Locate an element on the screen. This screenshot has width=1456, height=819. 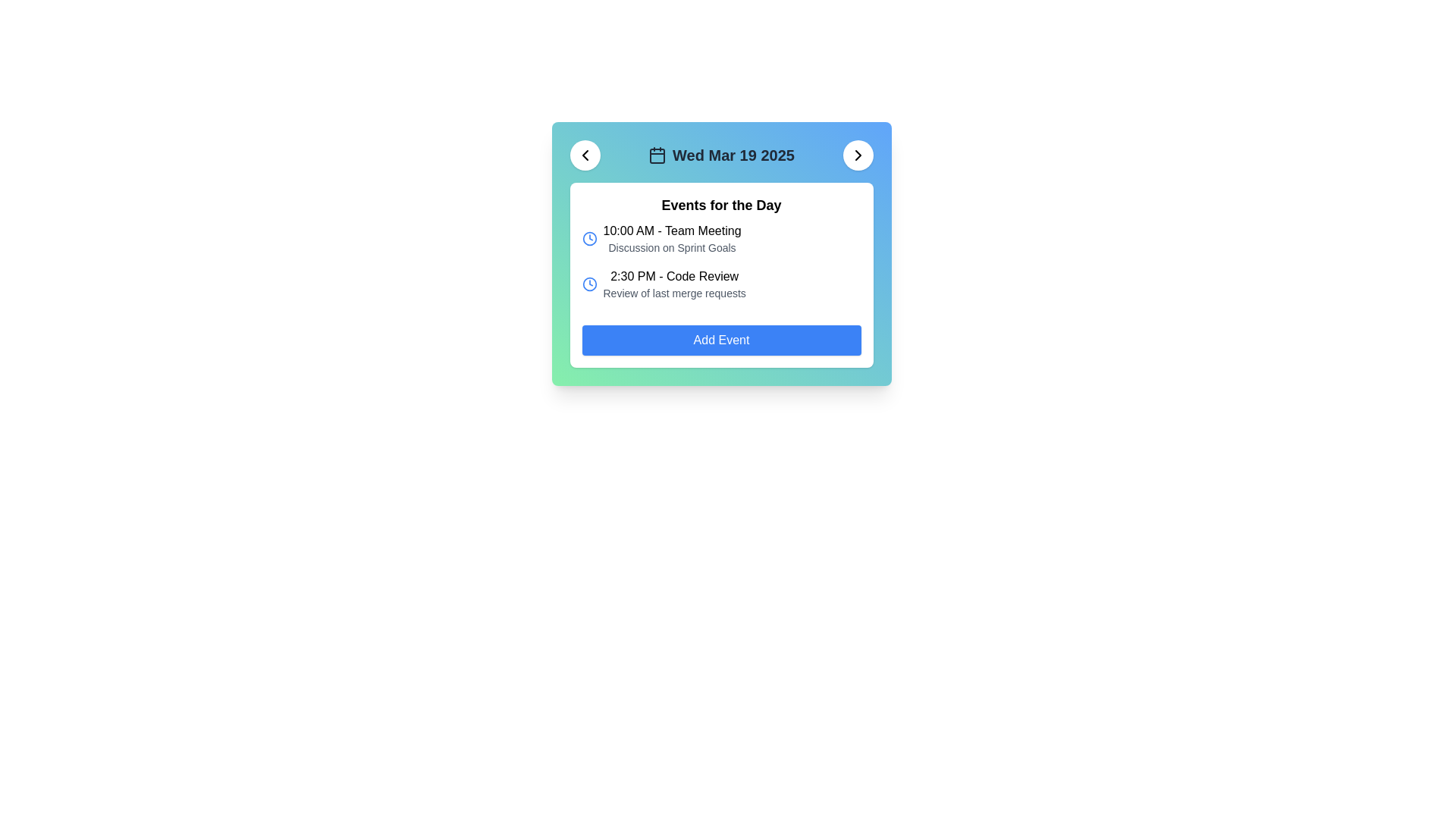
the date text display showing 'Wed Mar 19 2025' which is styled in bold, larger font and colored dark blue is located at coordinates (733, 155).